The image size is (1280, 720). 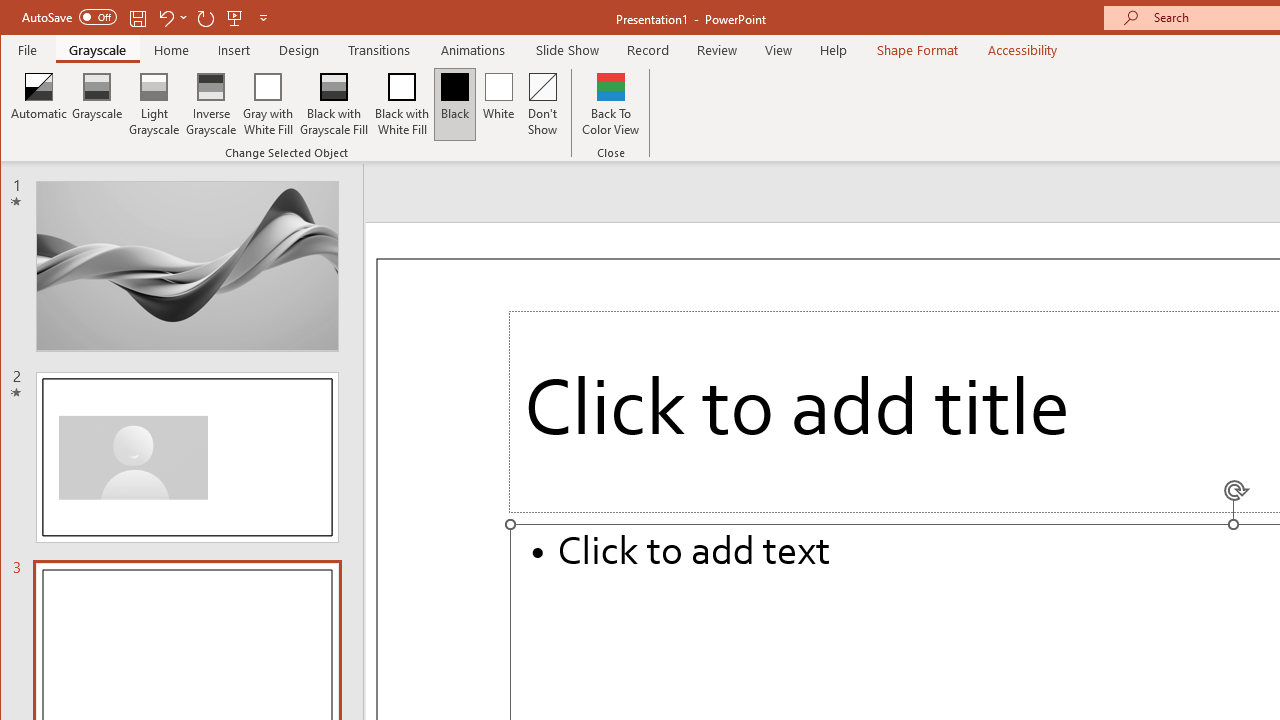 I want to click on 'Automatic', so click(x=39, y=104).